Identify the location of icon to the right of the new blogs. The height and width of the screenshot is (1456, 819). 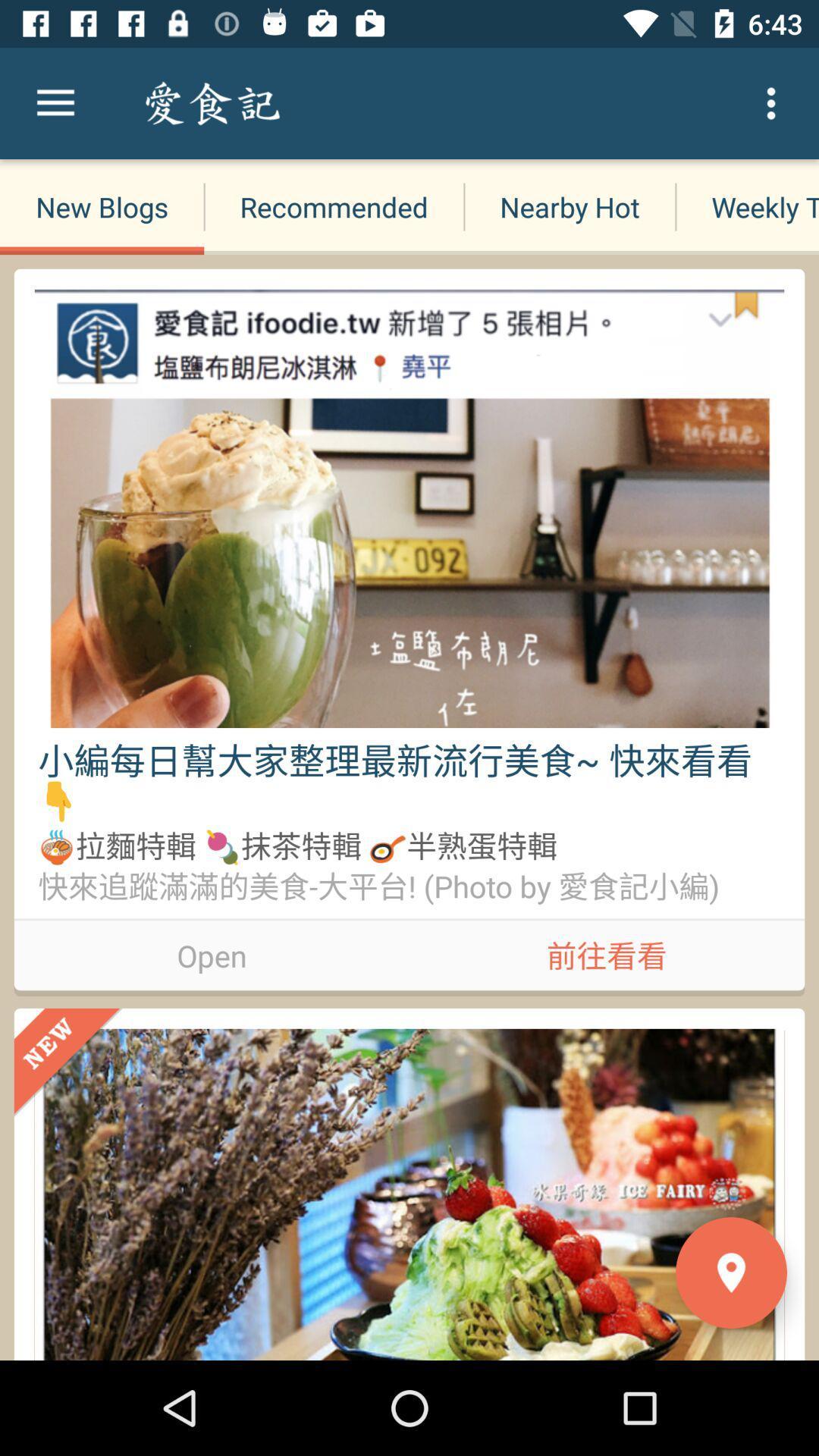
(333, 206).